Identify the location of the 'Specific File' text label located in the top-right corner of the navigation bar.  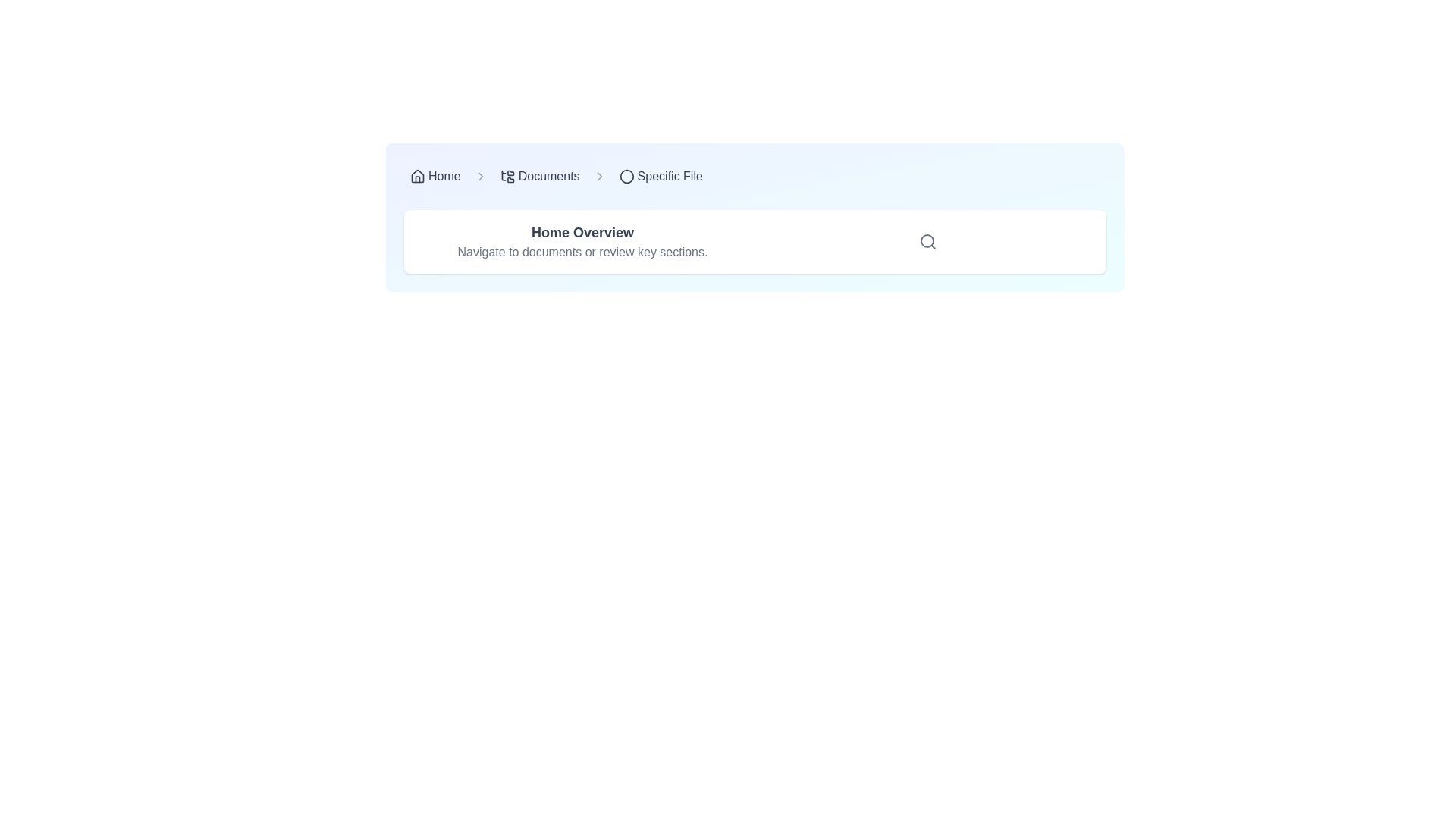
(669, 175).